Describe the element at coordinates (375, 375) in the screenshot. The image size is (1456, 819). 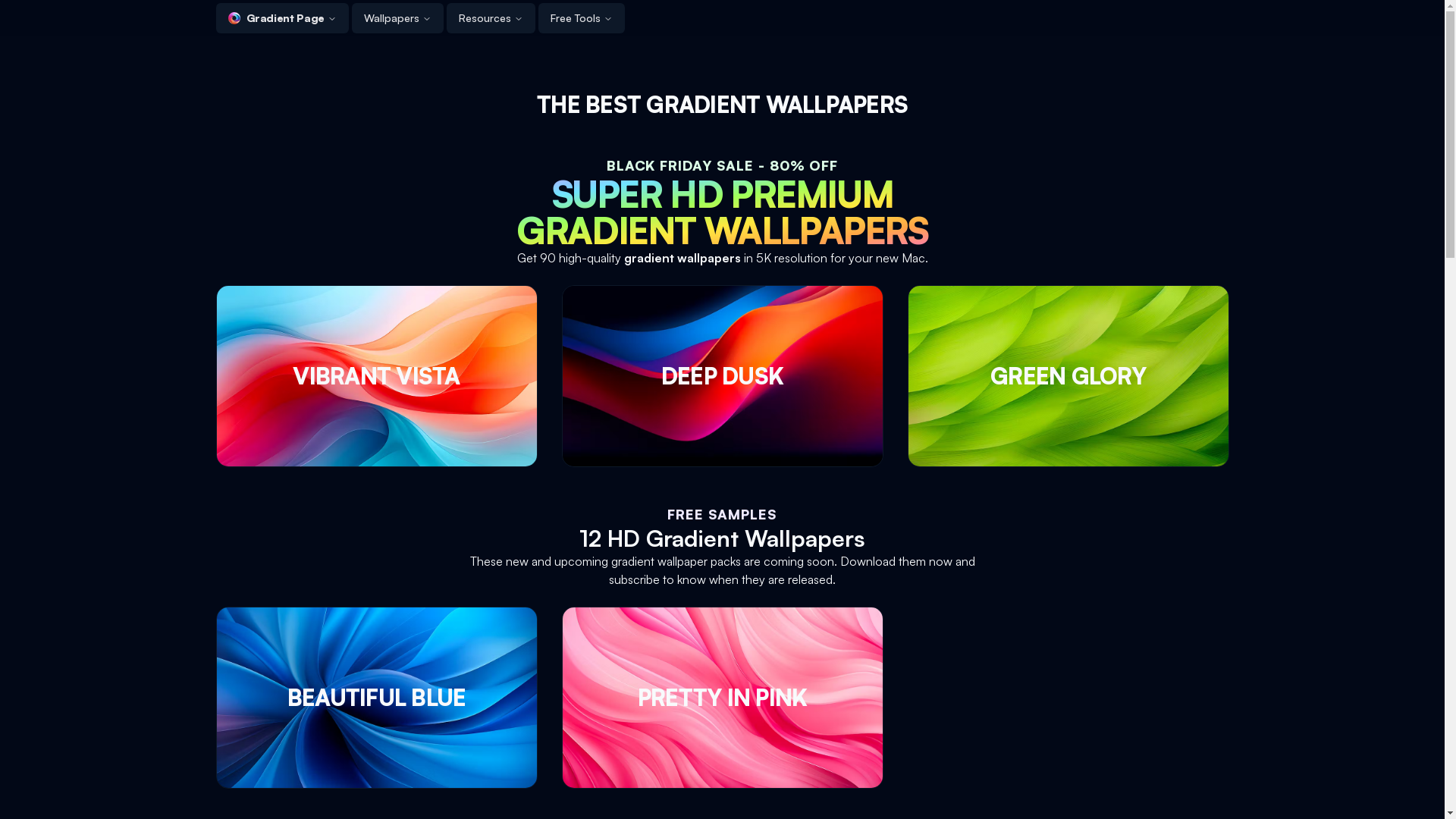
I see `'VIBRANT VISTA'` at that location.